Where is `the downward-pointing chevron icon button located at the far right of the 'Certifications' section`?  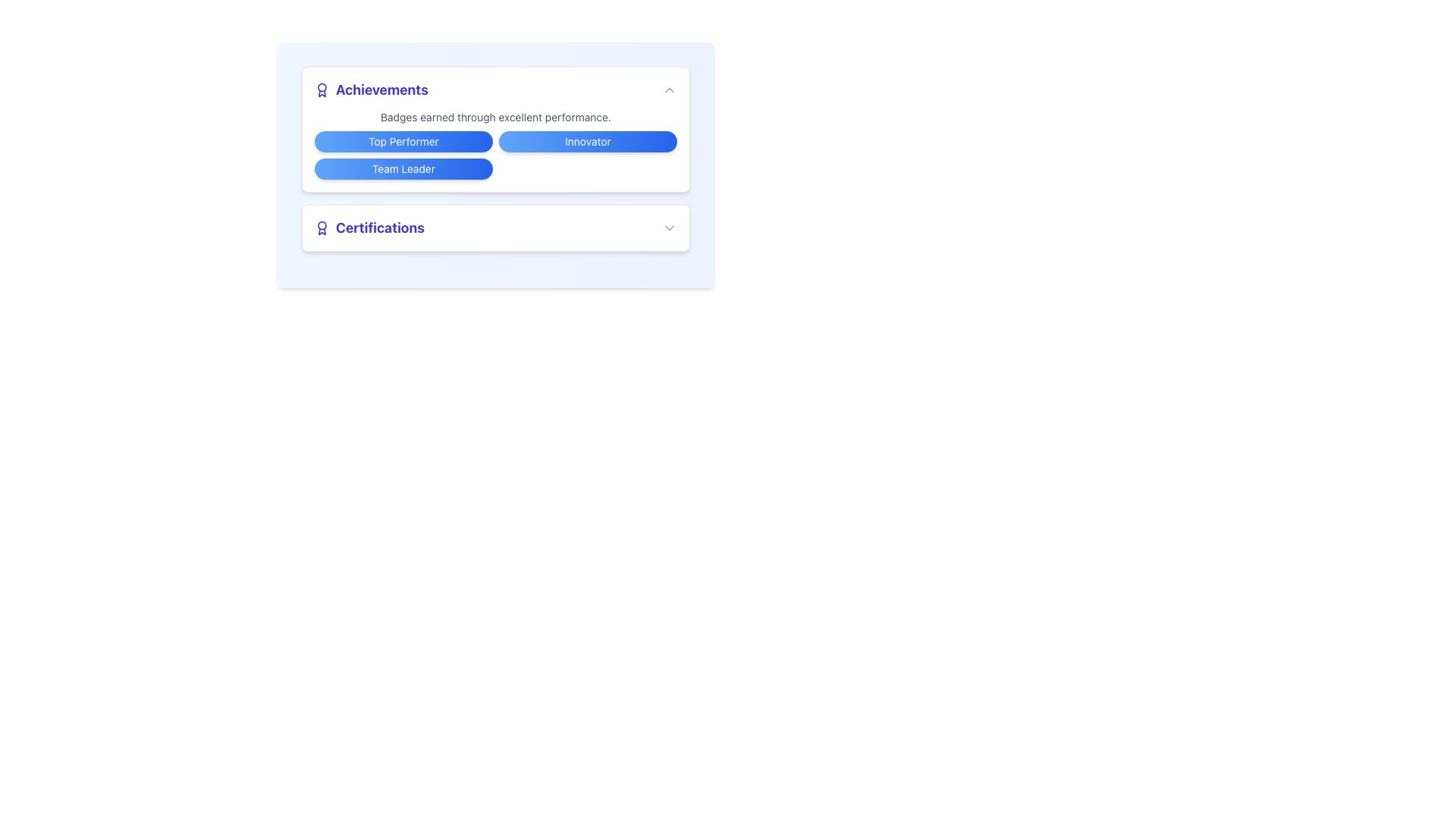 the downward-pointing chevron icon button located at the far right of the 'Certifications' section is located at coordinates (669, 227).